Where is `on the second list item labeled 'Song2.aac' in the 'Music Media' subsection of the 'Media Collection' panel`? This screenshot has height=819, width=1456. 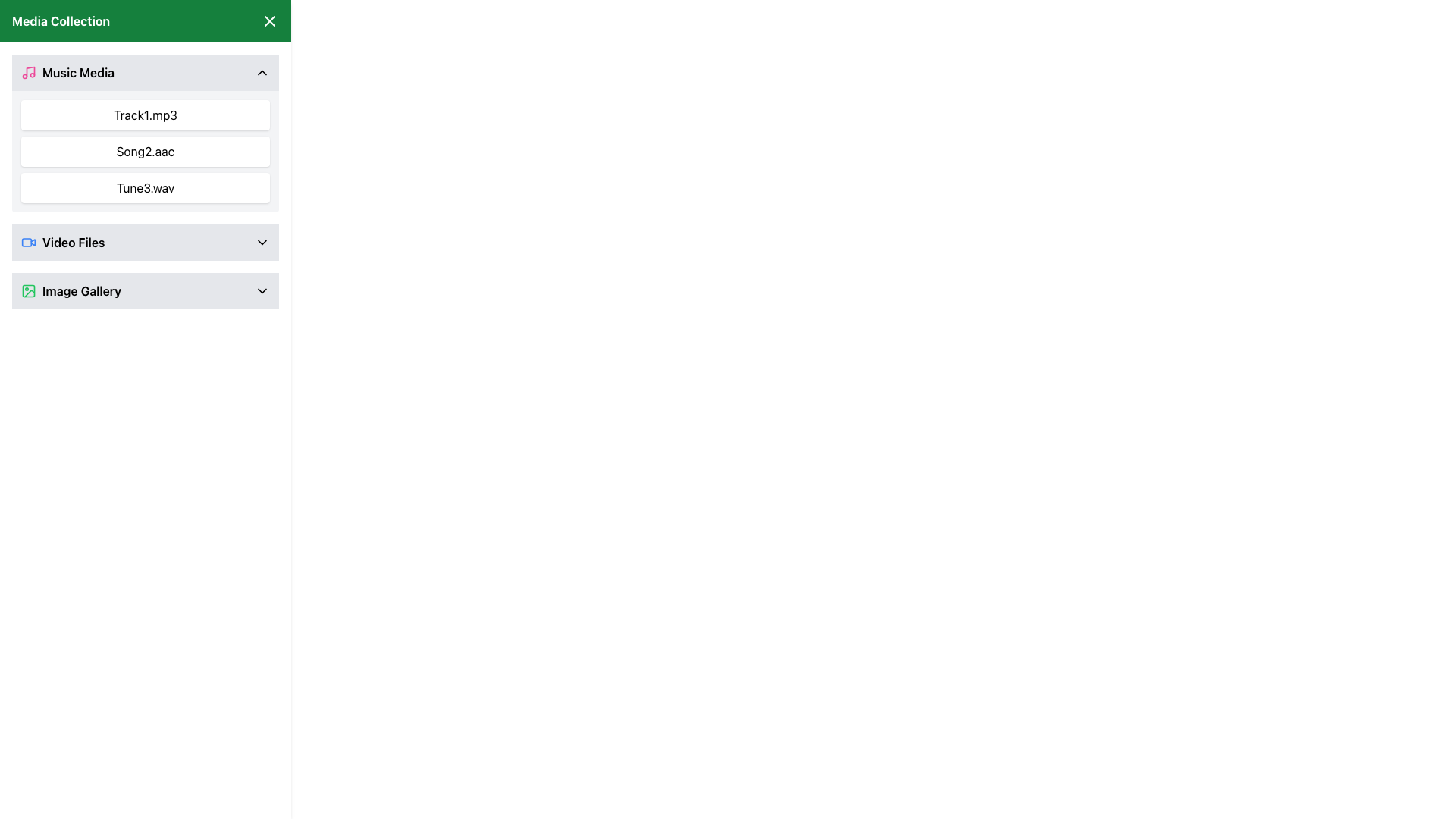
on the second list item labeled 'Song2.aac' in the 'Music Media' subsection of the 'Media Collection' panel is located at coordinates (146, 152).